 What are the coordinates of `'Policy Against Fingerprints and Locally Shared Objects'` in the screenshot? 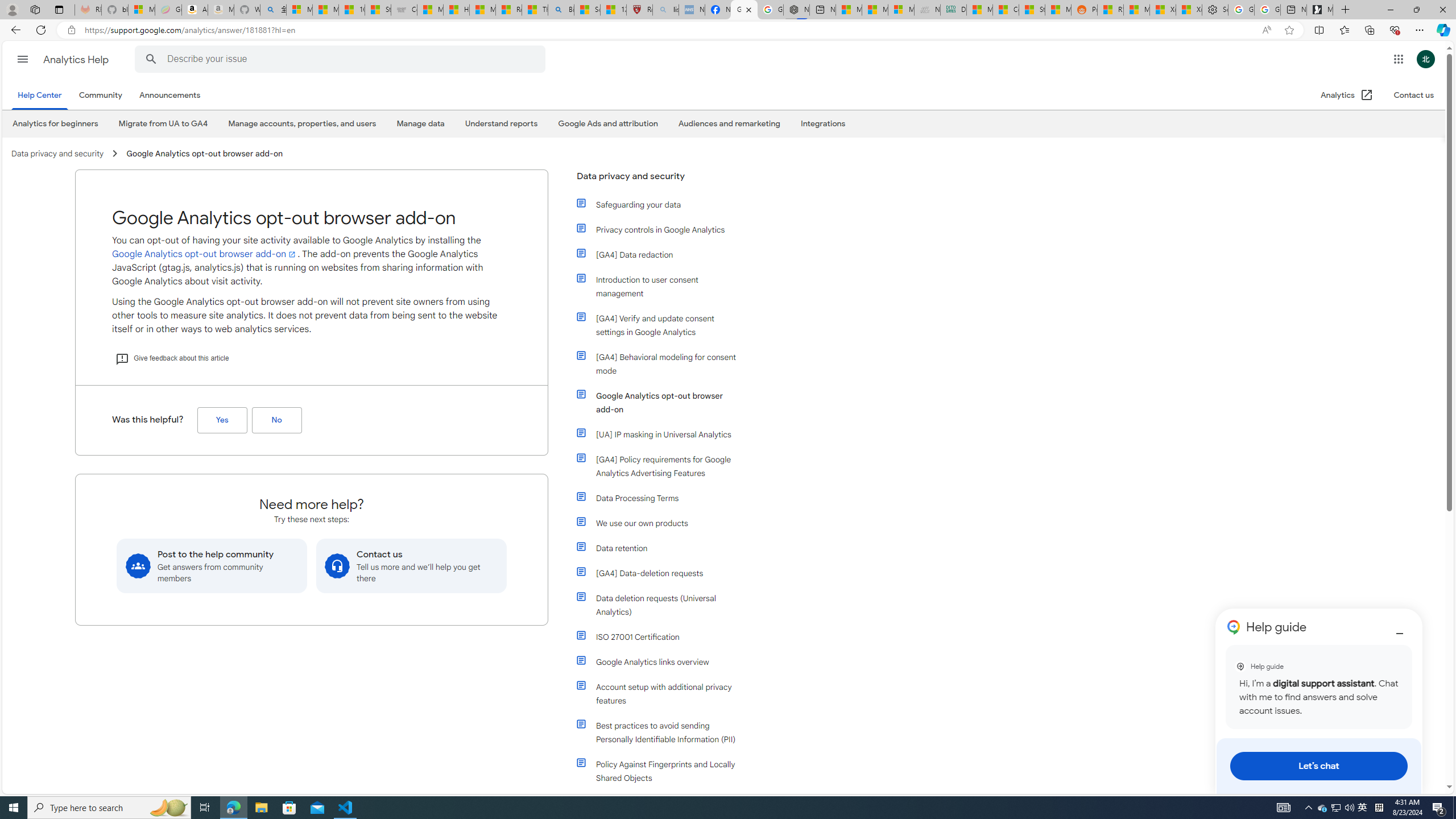 It's located at (664, 771).